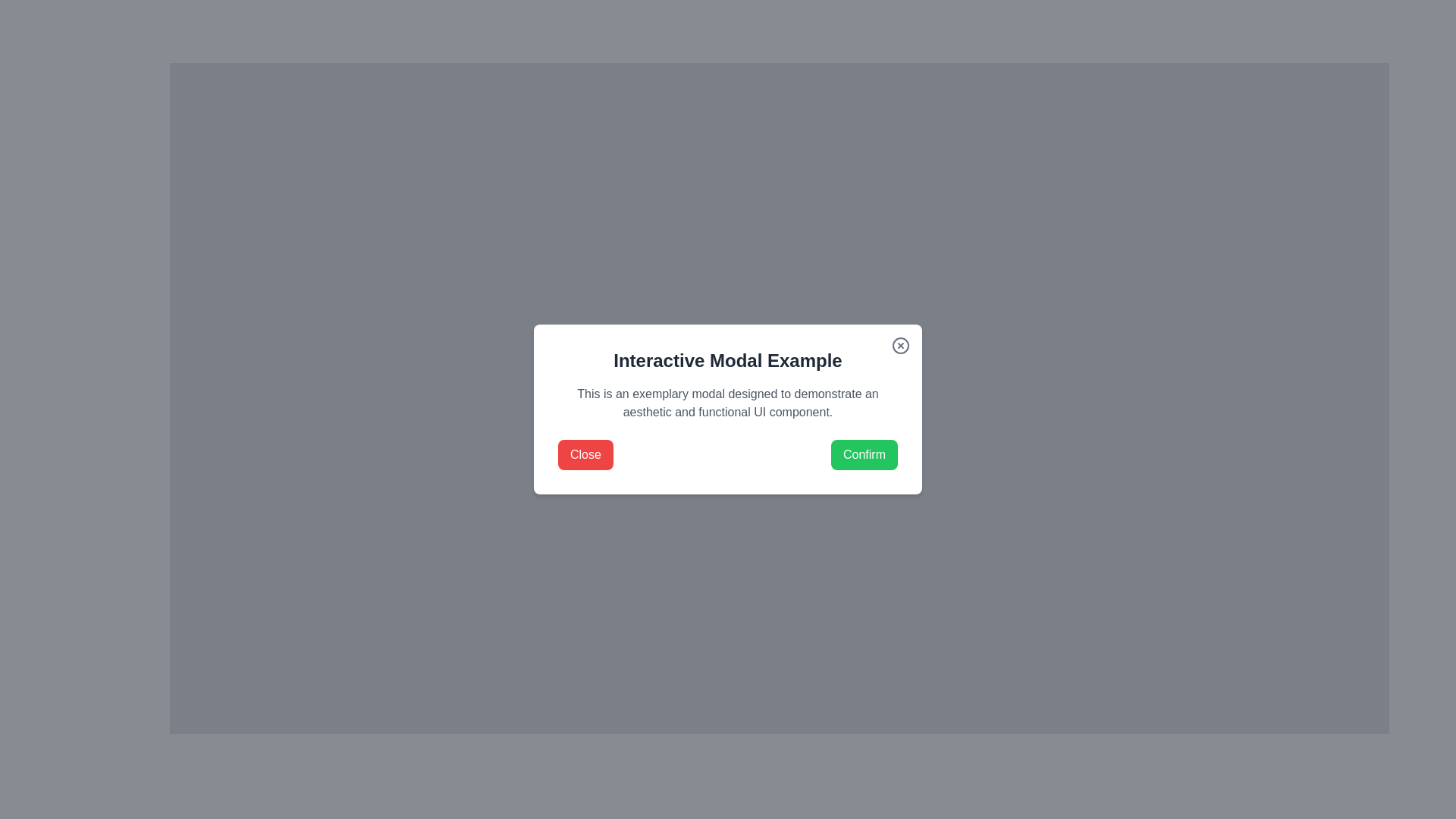 The width and height of the screenshot is (1456, 819). What do you see at coordinates (728, 403) in the screenshot?
I see `the text block that reads 'This is an exemplary modal designed to demonstrate an aesthetic and functional UI component.' which is located between the header 'Interactive Modal Example' and the action buttons 'Close' and 'Confirm'` at bounding box center [728, 403].